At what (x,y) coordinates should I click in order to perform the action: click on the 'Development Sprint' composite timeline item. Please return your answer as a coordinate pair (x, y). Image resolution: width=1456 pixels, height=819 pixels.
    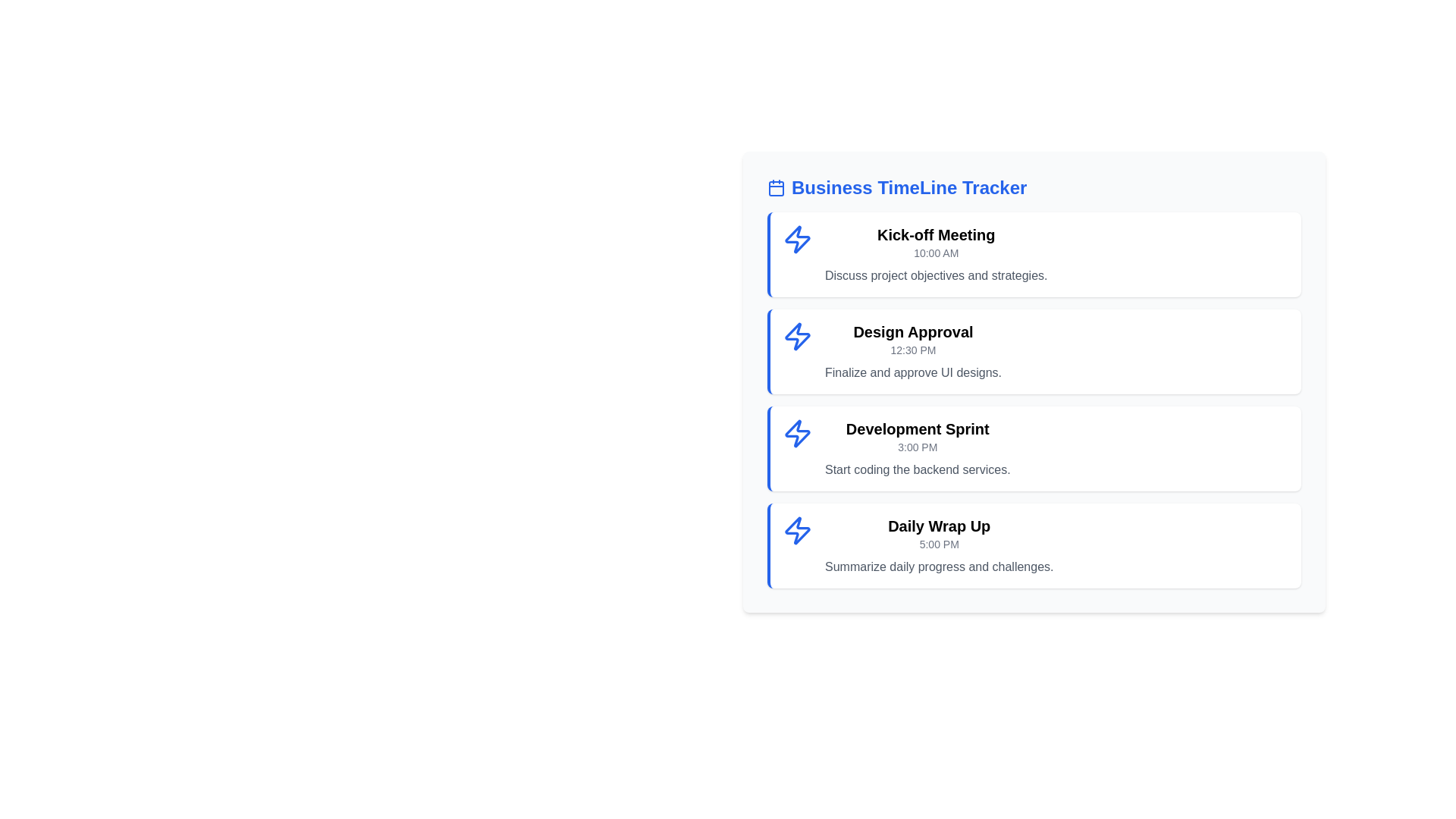
    Looking at the image, I should click on (916, 447).